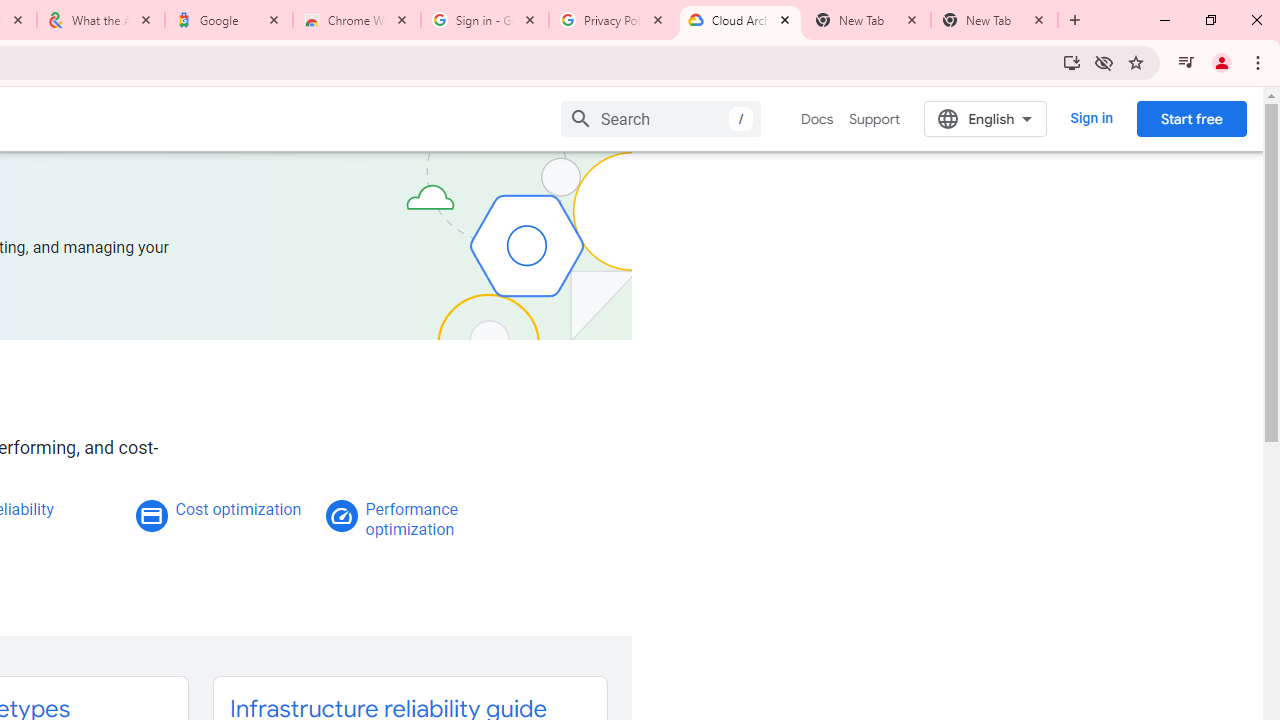  Describe the element at coordinates (1071, 61) in the screenshot. I see `'Install Google Cloud'` at that location.